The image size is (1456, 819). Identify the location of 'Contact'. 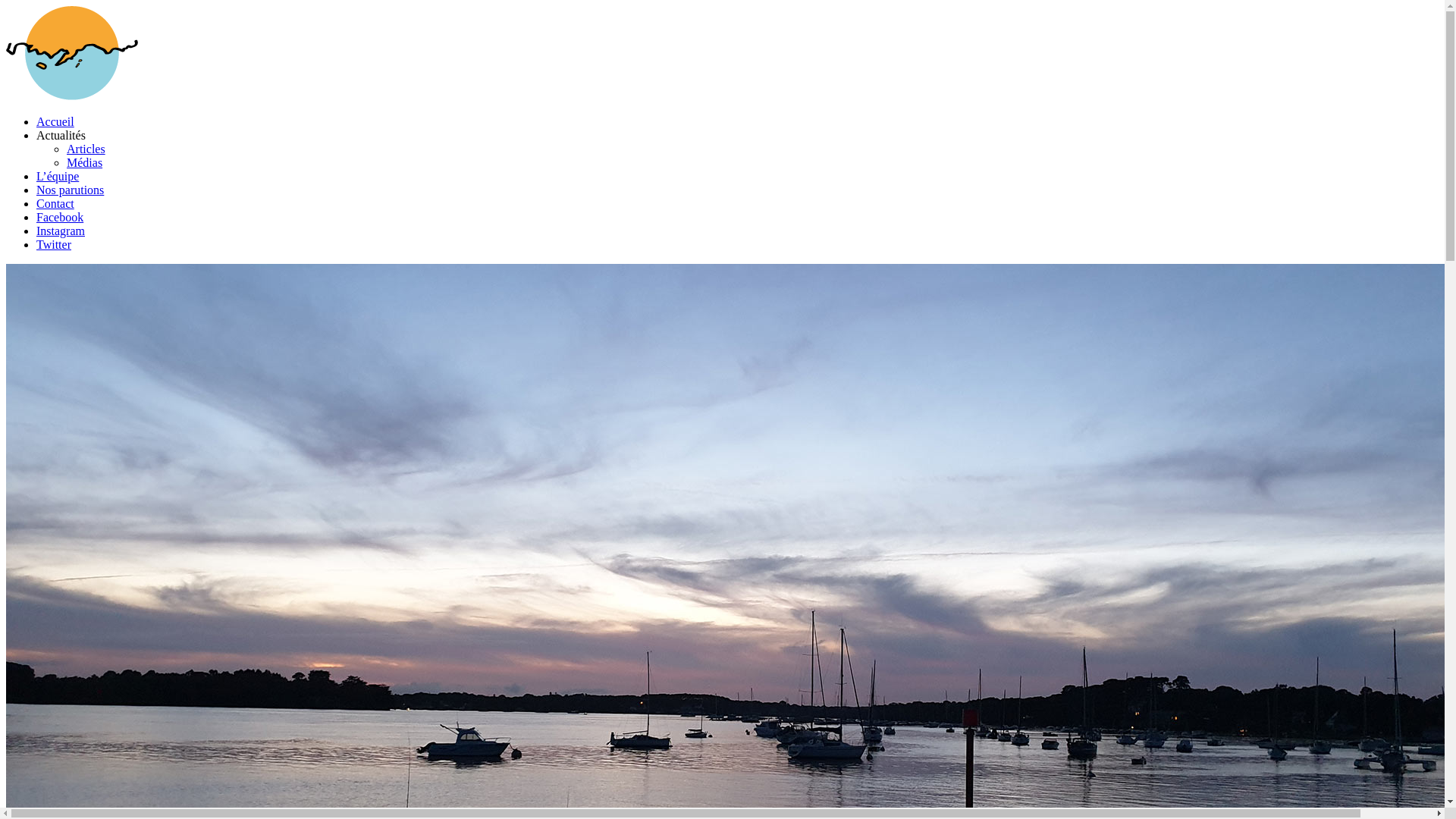
(55, 202).